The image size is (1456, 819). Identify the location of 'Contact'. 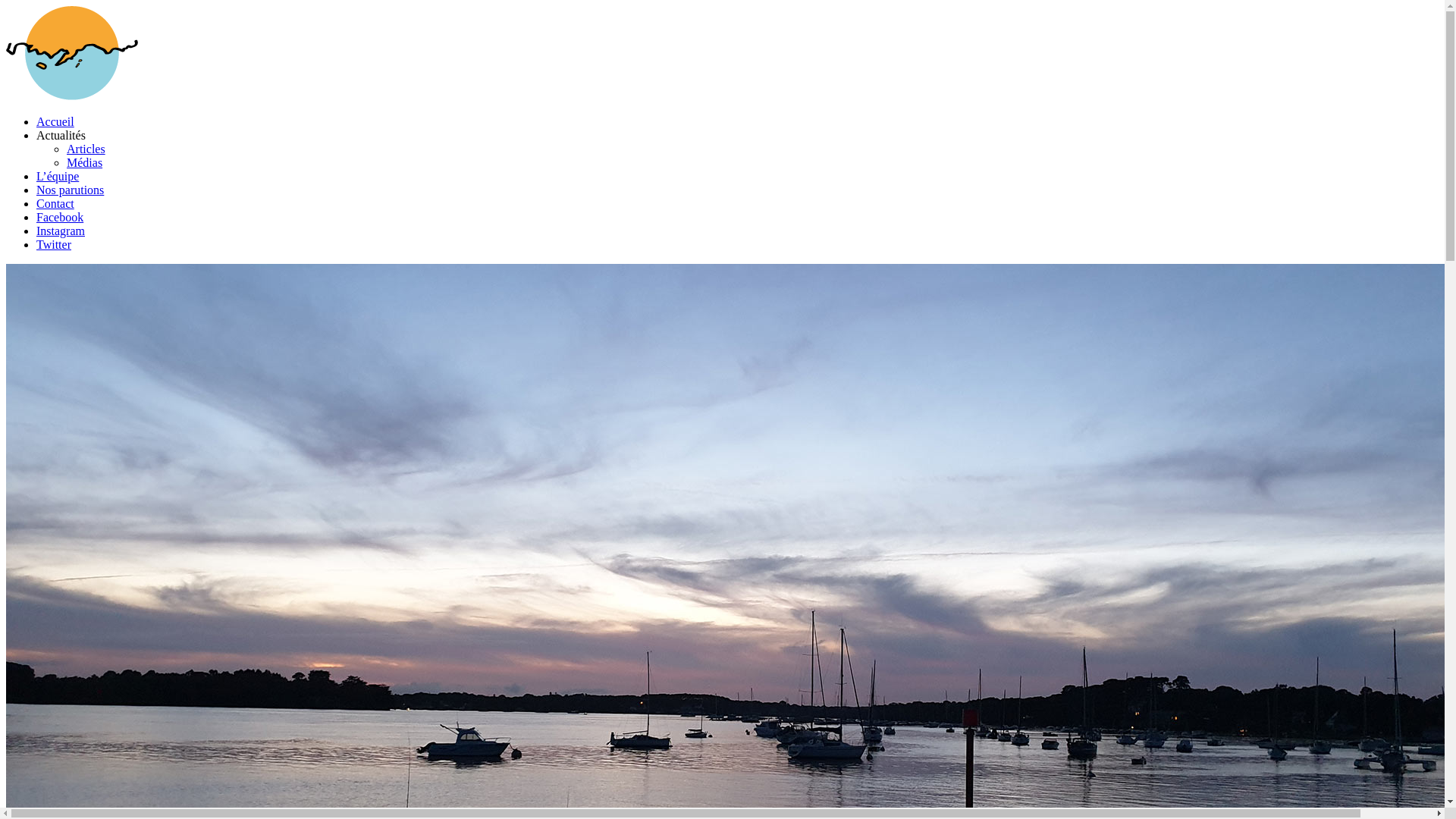
(55, 202).